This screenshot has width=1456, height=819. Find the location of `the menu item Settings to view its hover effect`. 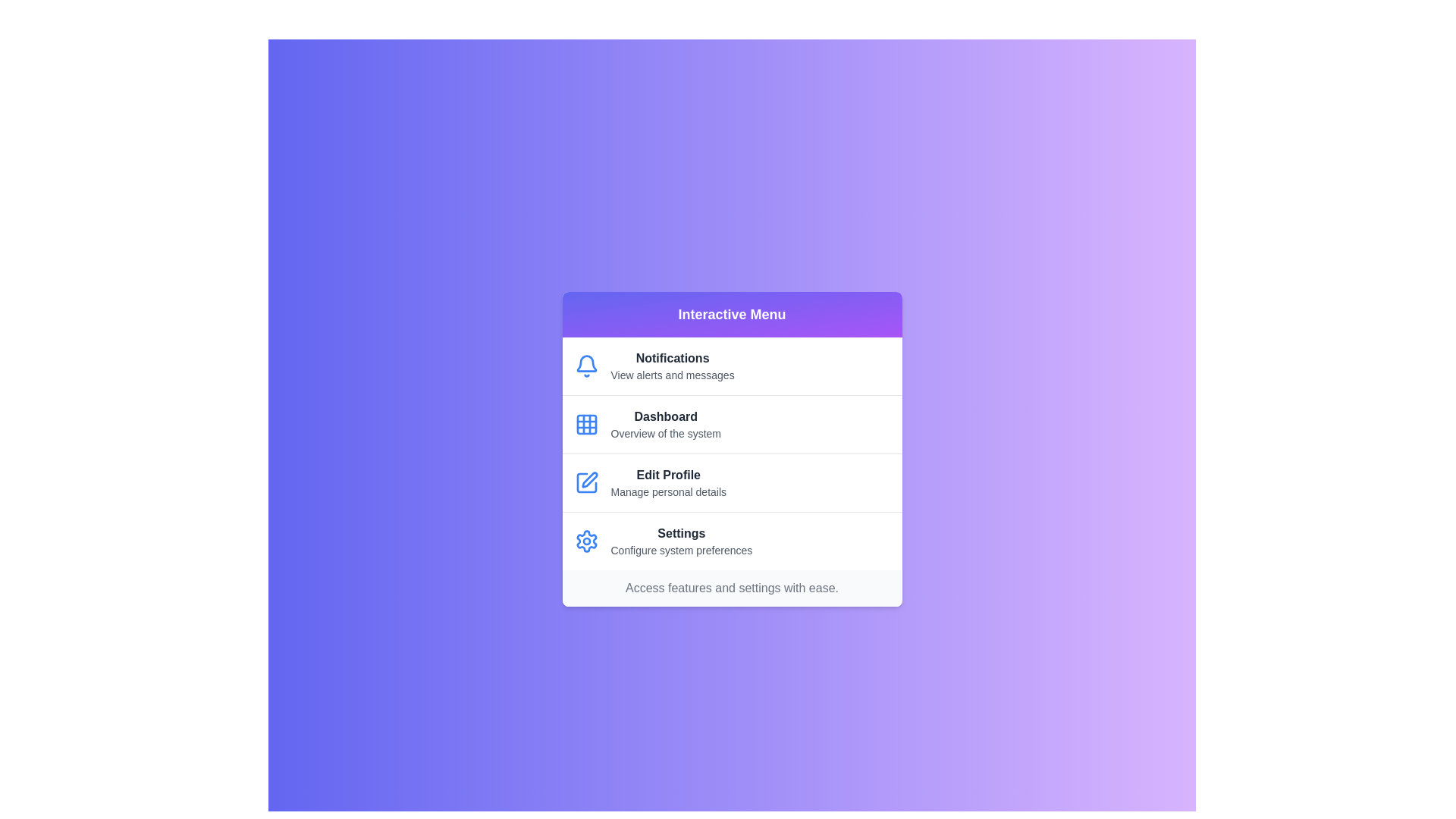

the menu item Settings to view its hover effect is located at coordinates (732, 540).